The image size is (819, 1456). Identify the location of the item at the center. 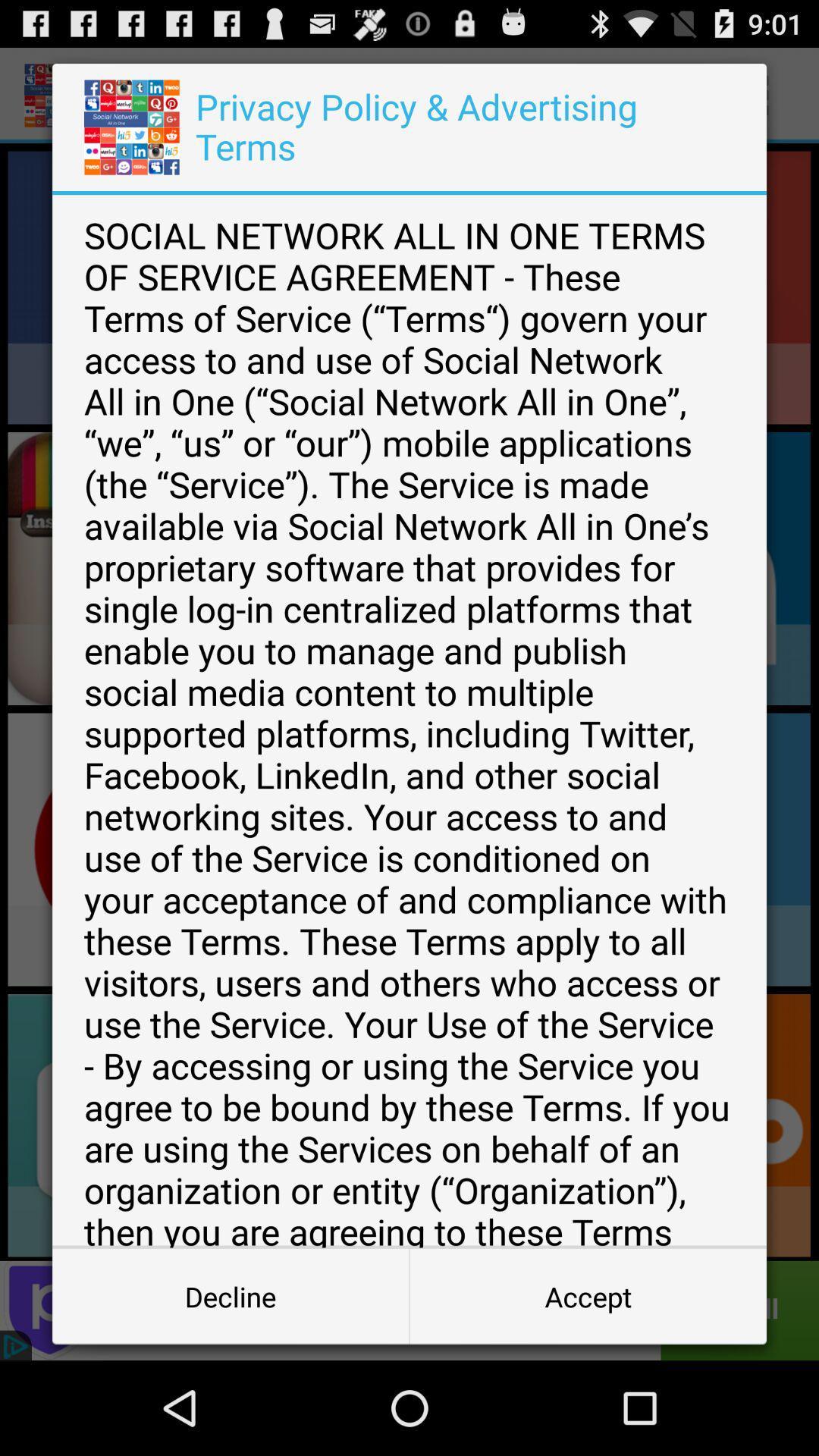
(409, 720).